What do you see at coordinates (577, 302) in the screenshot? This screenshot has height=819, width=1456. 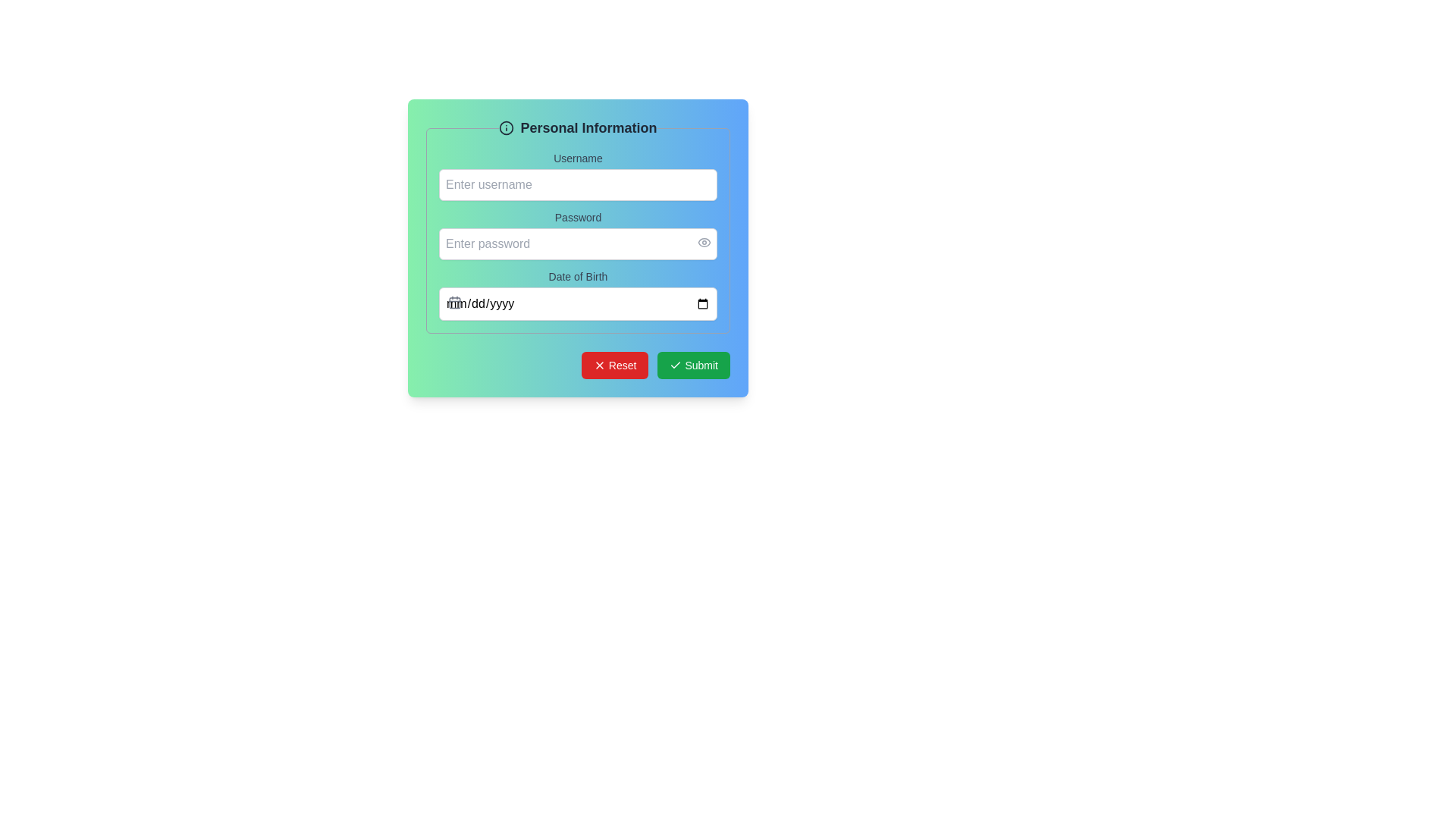 I see `the Date picker input field for 'Date of Birth' to trigger highlighting or tooltip display` at bounding box center [577, 302].